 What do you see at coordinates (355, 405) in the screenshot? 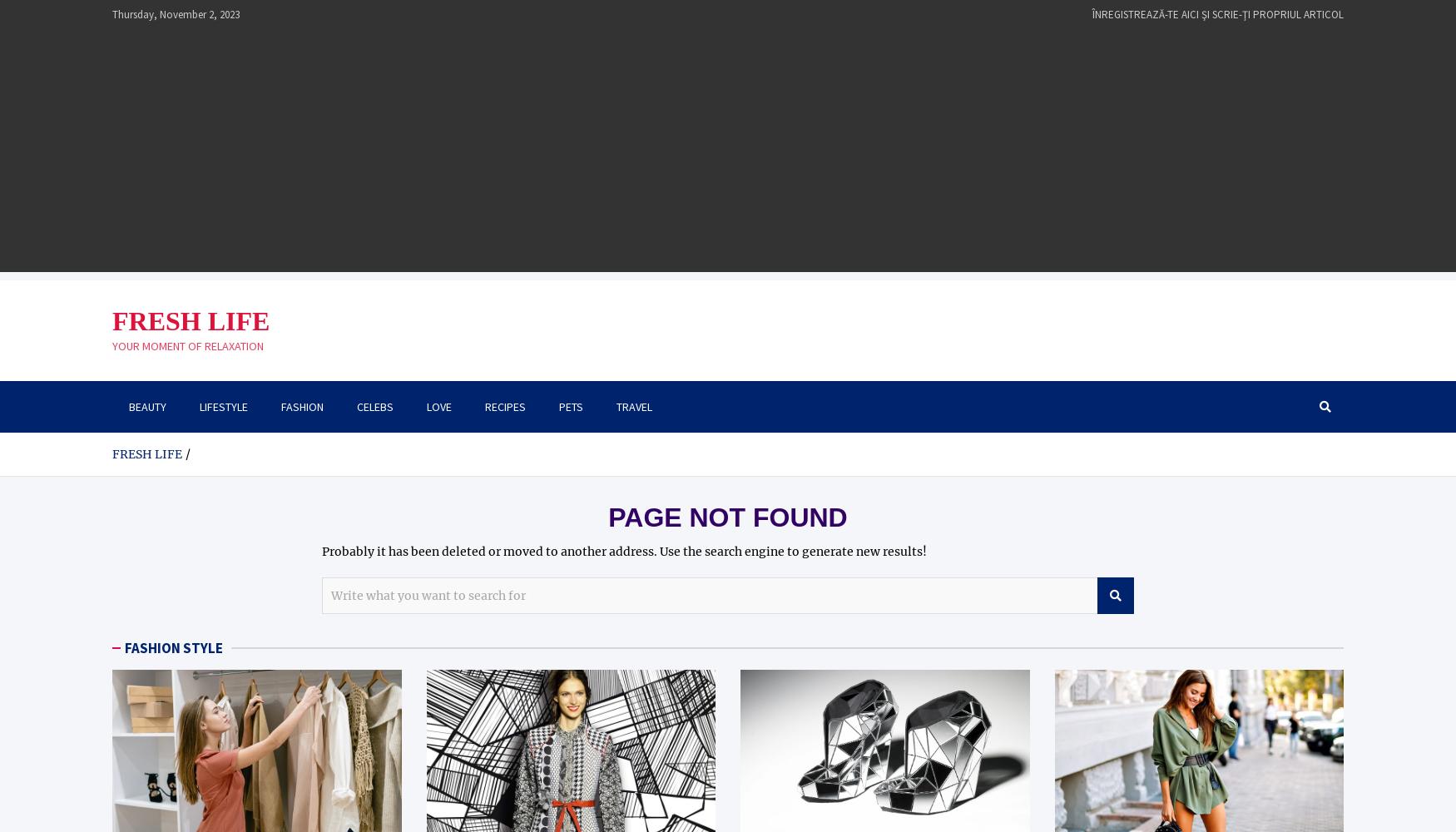
I see `'CELEBS'` at bounding box center [355, 405].